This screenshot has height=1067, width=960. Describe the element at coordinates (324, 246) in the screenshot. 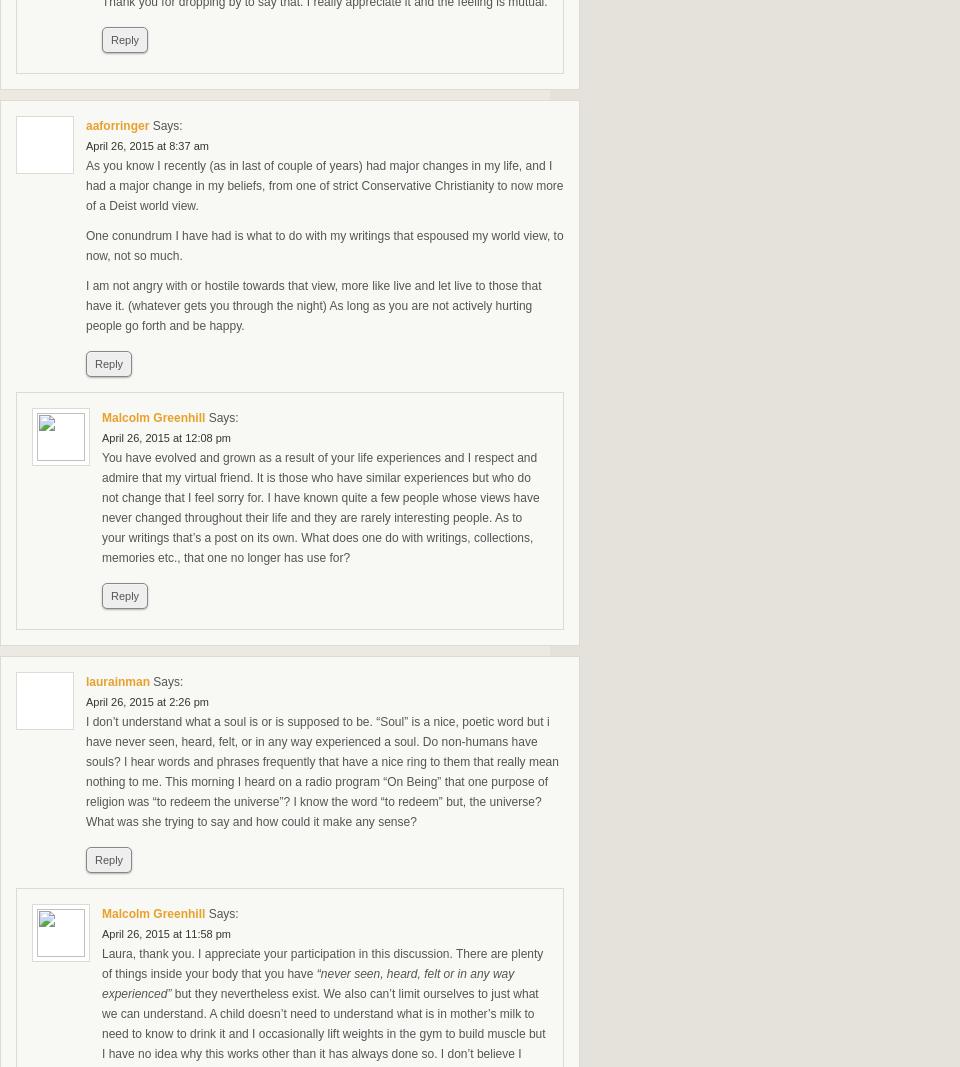

I see `'One conundrum I have had is what to do with my writings that espoused my world view, to now, not so much.'` at that location.